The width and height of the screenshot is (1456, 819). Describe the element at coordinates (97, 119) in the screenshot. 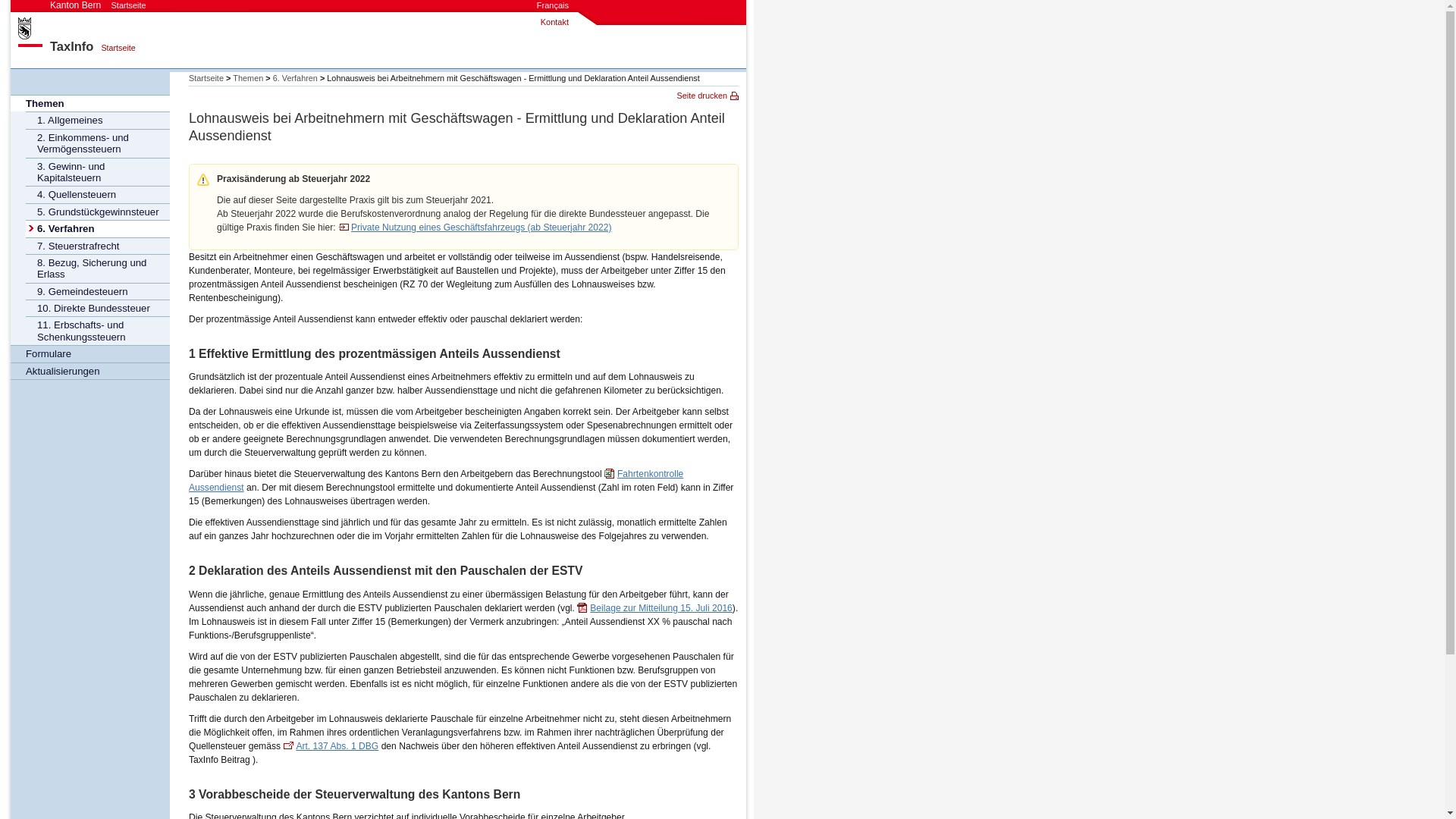

I see `'1. AIlgemeines'` at that location.